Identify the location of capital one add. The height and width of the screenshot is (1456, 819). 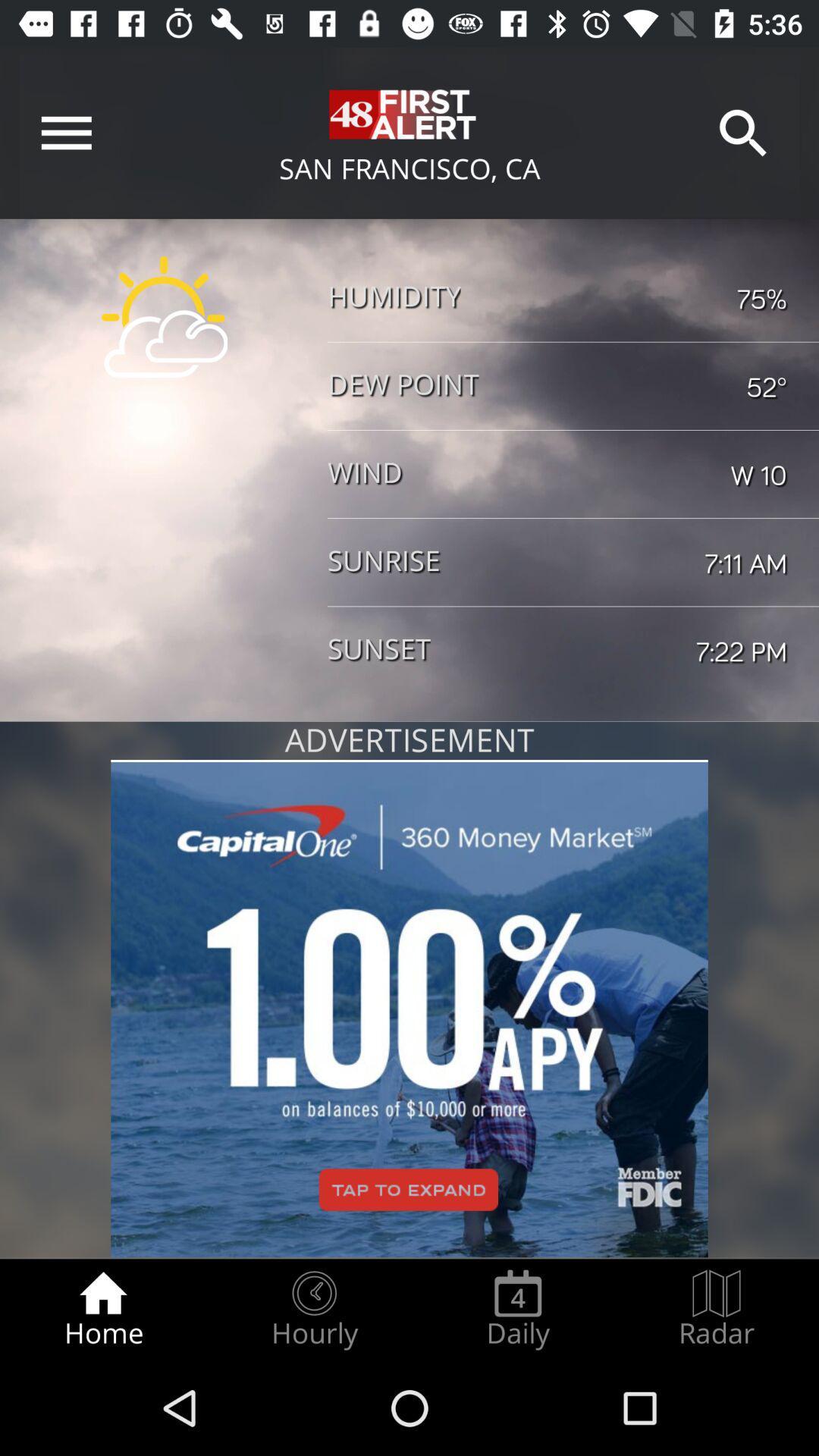
(409, 1009).